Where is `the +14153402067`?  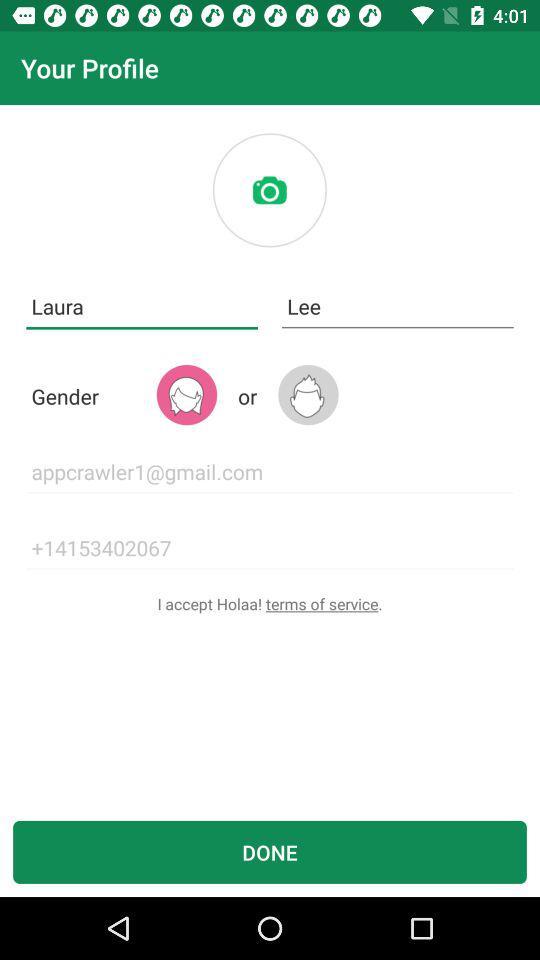 the +14153402067 is located at coordinates (270, 548).